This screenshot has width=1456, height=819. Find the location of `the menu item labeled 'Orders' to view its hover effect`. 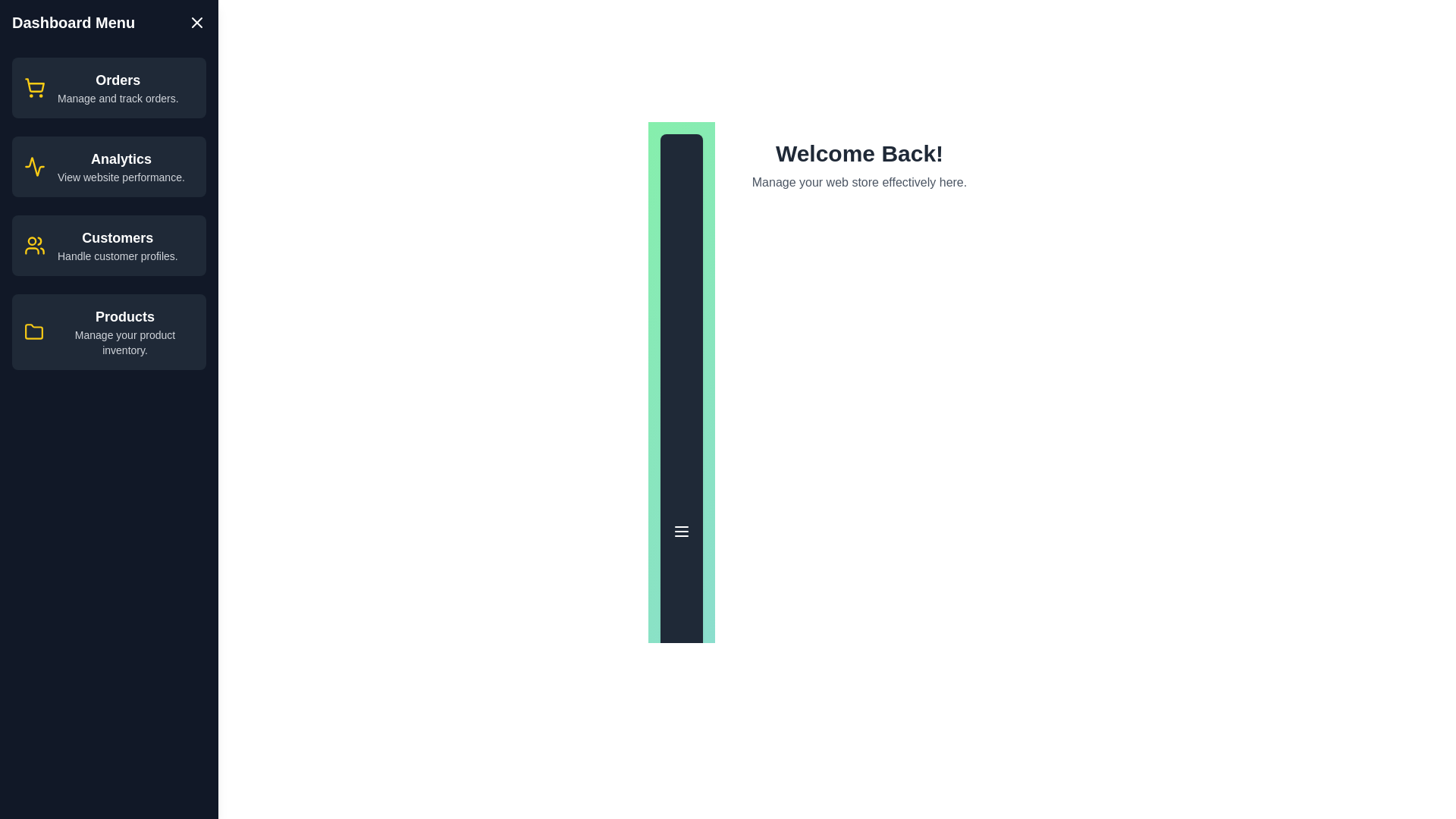

the menu item labeled 'Orders' to view its hover effect is located at coordinates (108, 87).